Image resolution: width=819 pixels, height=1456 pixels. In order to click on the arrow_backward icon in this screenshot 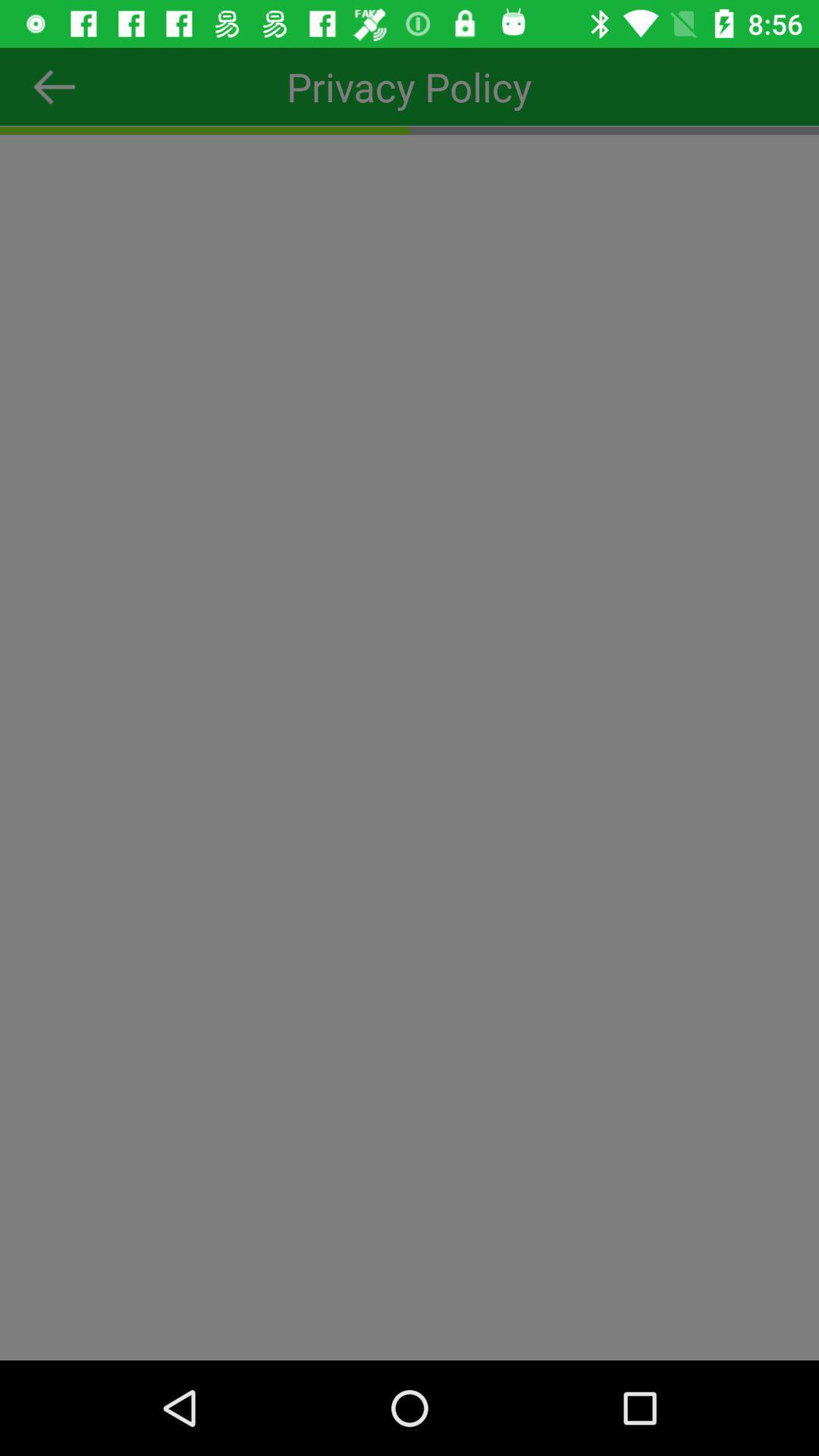, I will do `click(53, 86)`.